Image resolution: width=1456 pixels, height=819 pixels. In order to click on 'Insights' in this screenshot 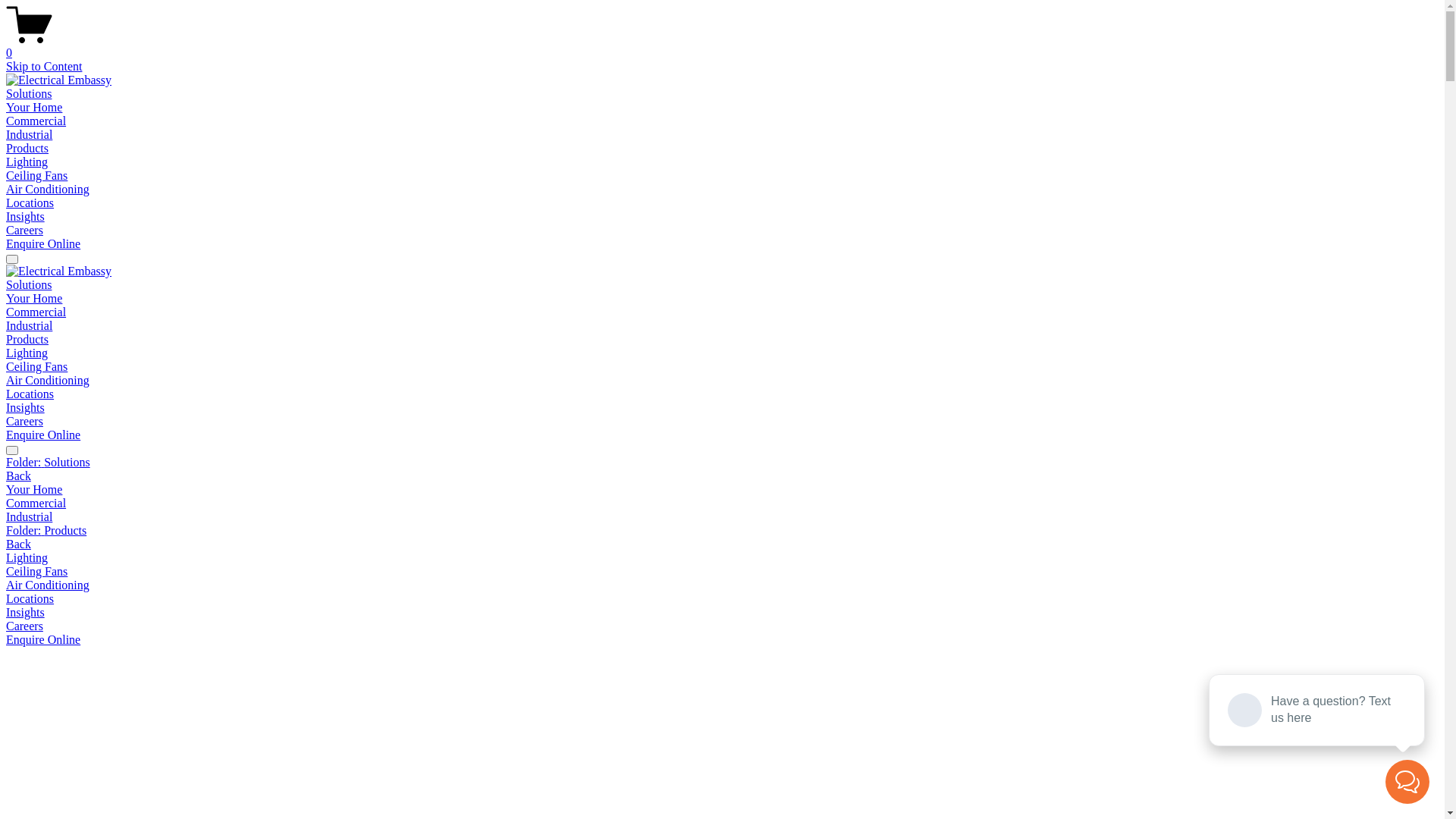, I will do `click(25, 216)`.